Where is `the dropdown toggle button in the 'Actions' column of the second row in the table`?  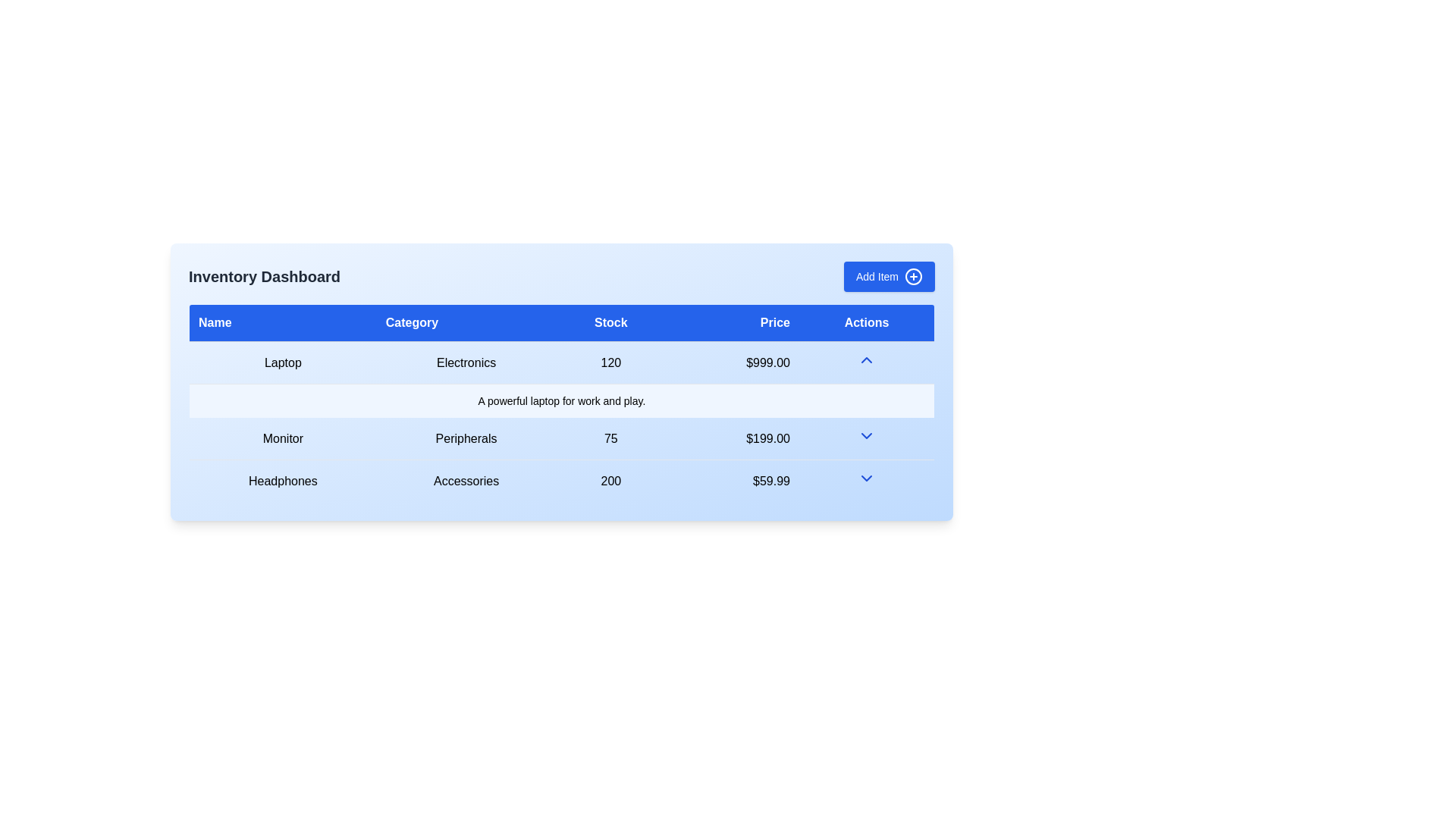 the dropdown toggle button in the 'Actions' column of the second row in the table is located at coordinates (866, 435).